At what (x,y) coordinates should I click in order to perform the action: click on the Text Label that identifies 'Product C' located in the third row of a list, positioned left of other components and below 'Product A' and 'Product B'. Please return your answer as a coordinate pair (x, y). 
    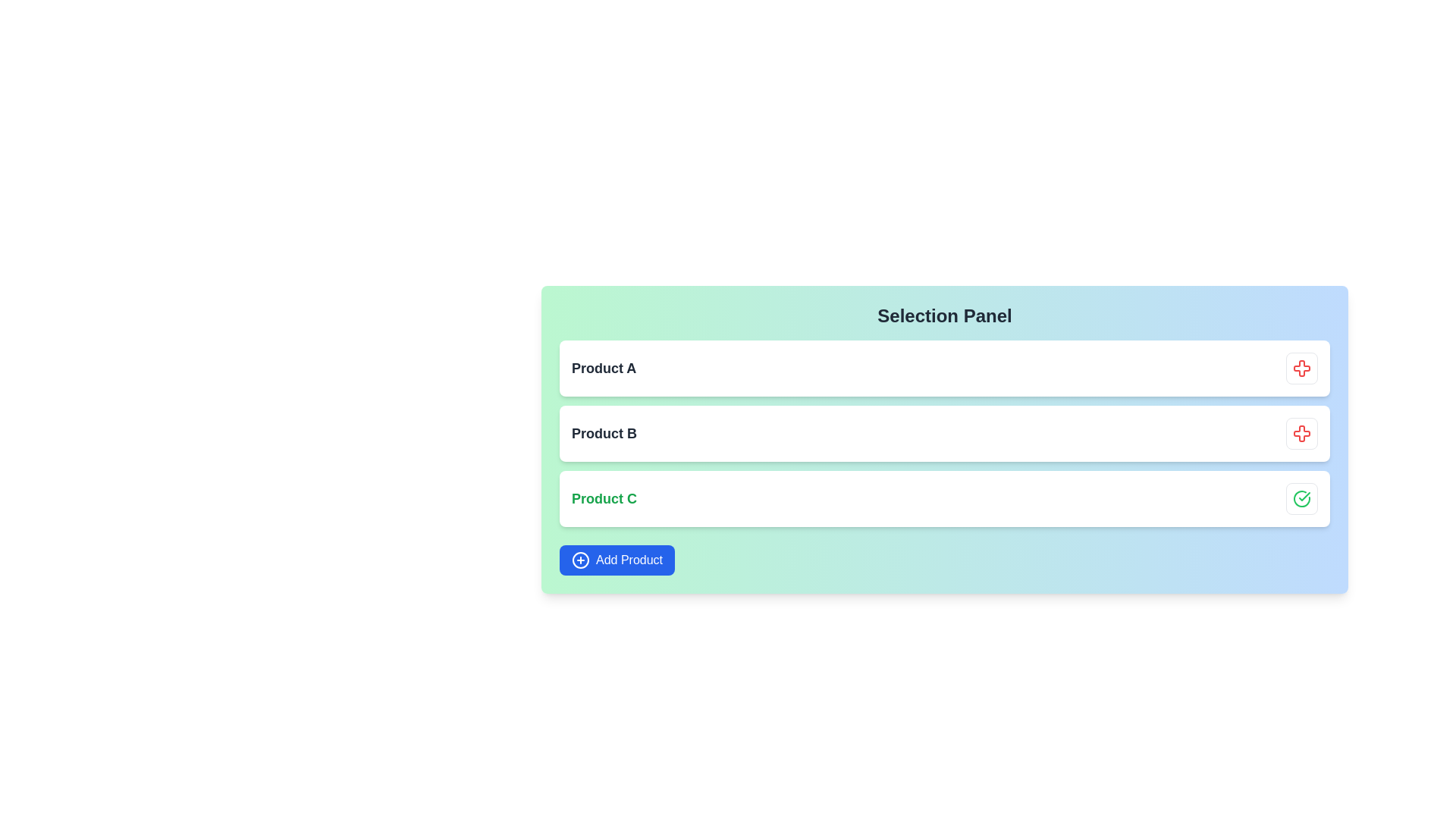
    Looking at the image, I should click on (603, 499).